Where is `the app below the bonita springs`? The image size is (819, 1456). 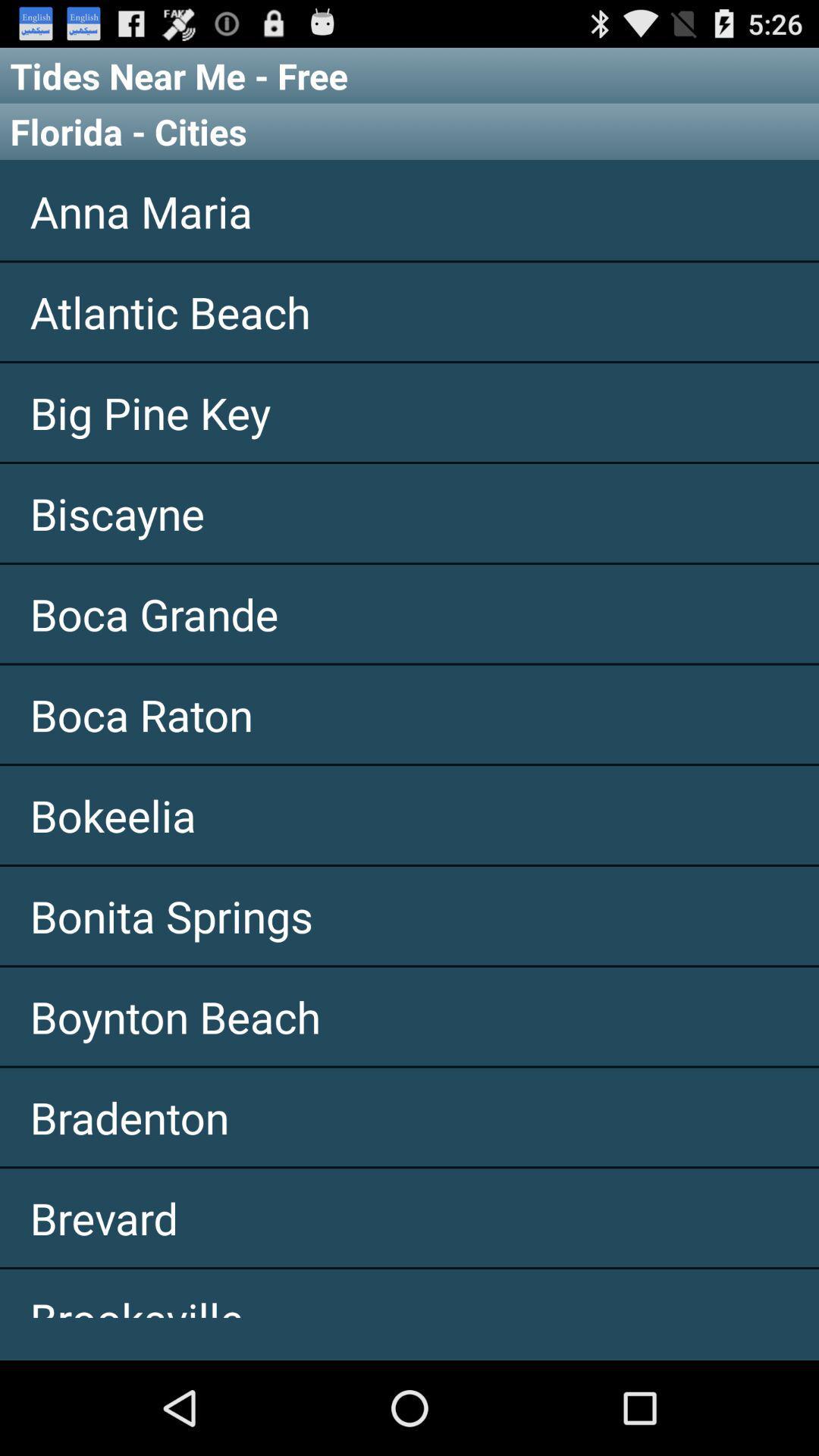 the app below the bonita springs is located at coordinates (409, 1016).